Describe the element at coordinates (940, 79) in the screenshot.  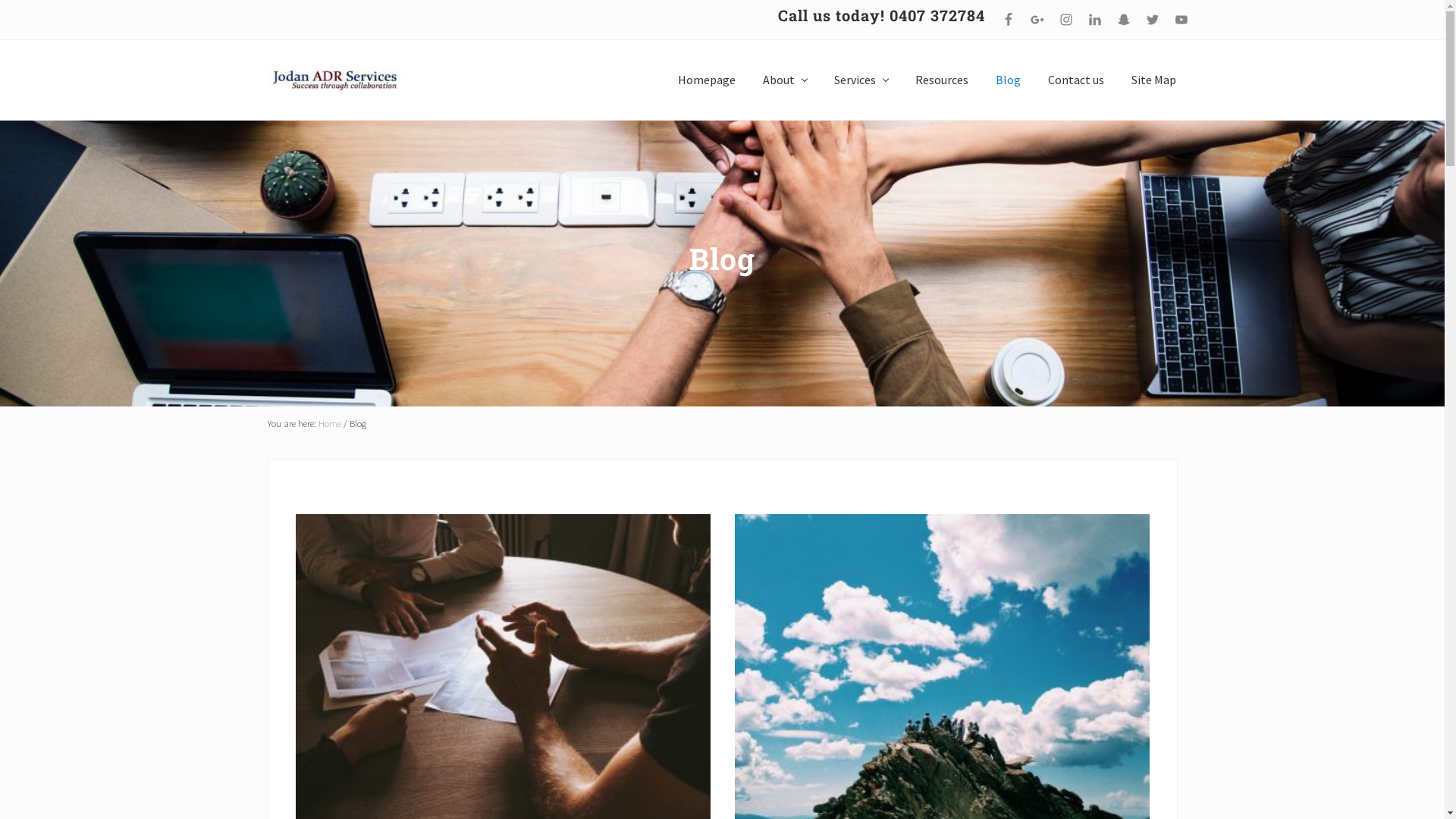
I see `'Resources'` at that location.